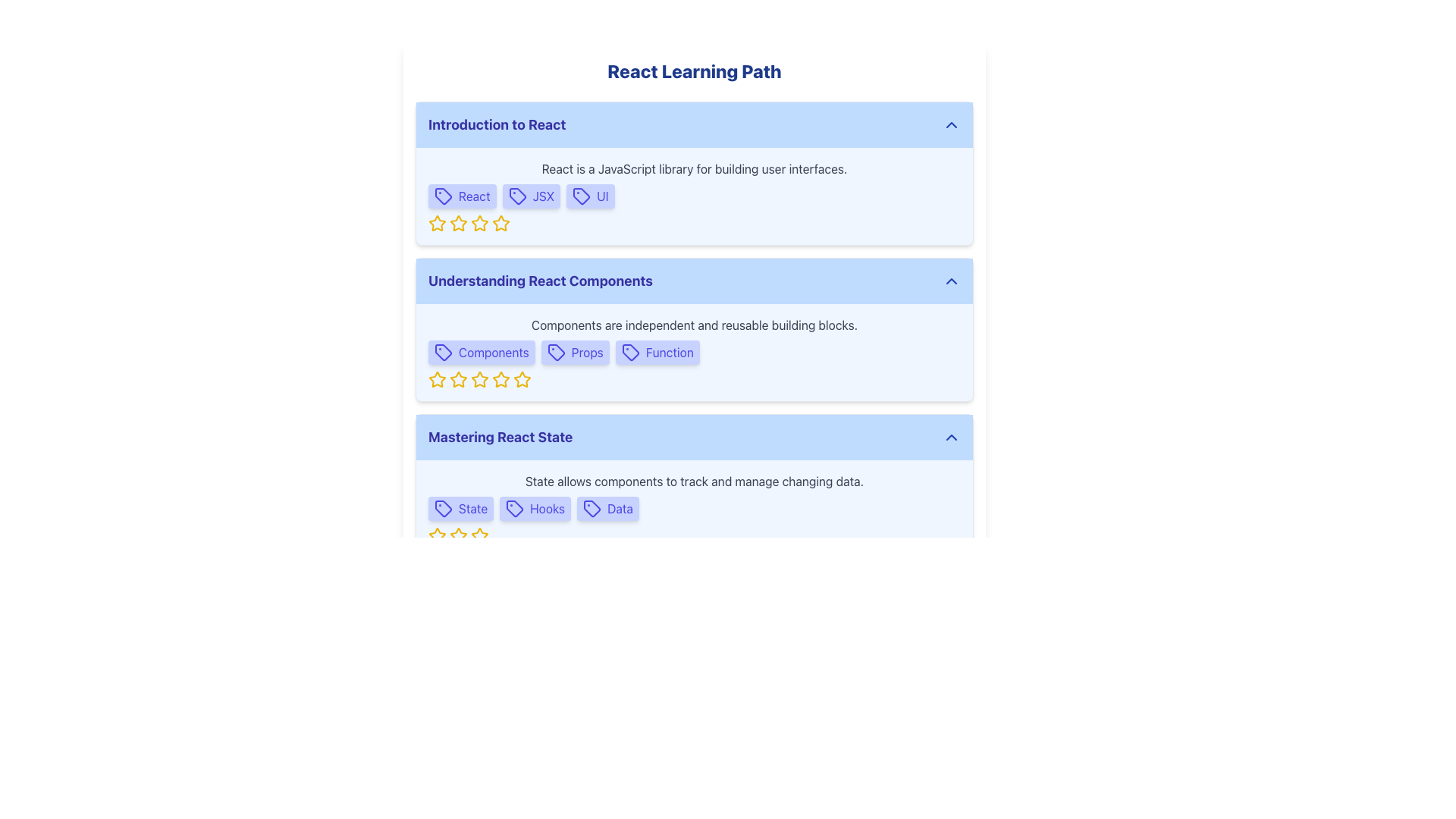  Describe the element at coordinates (535, 509) in the screenshot. I see `the 'Hooks' badge, which is the second badge in the horizontal arrangement, featuring a purple tag icon and bold indigo text on a light indigo background` at that location.